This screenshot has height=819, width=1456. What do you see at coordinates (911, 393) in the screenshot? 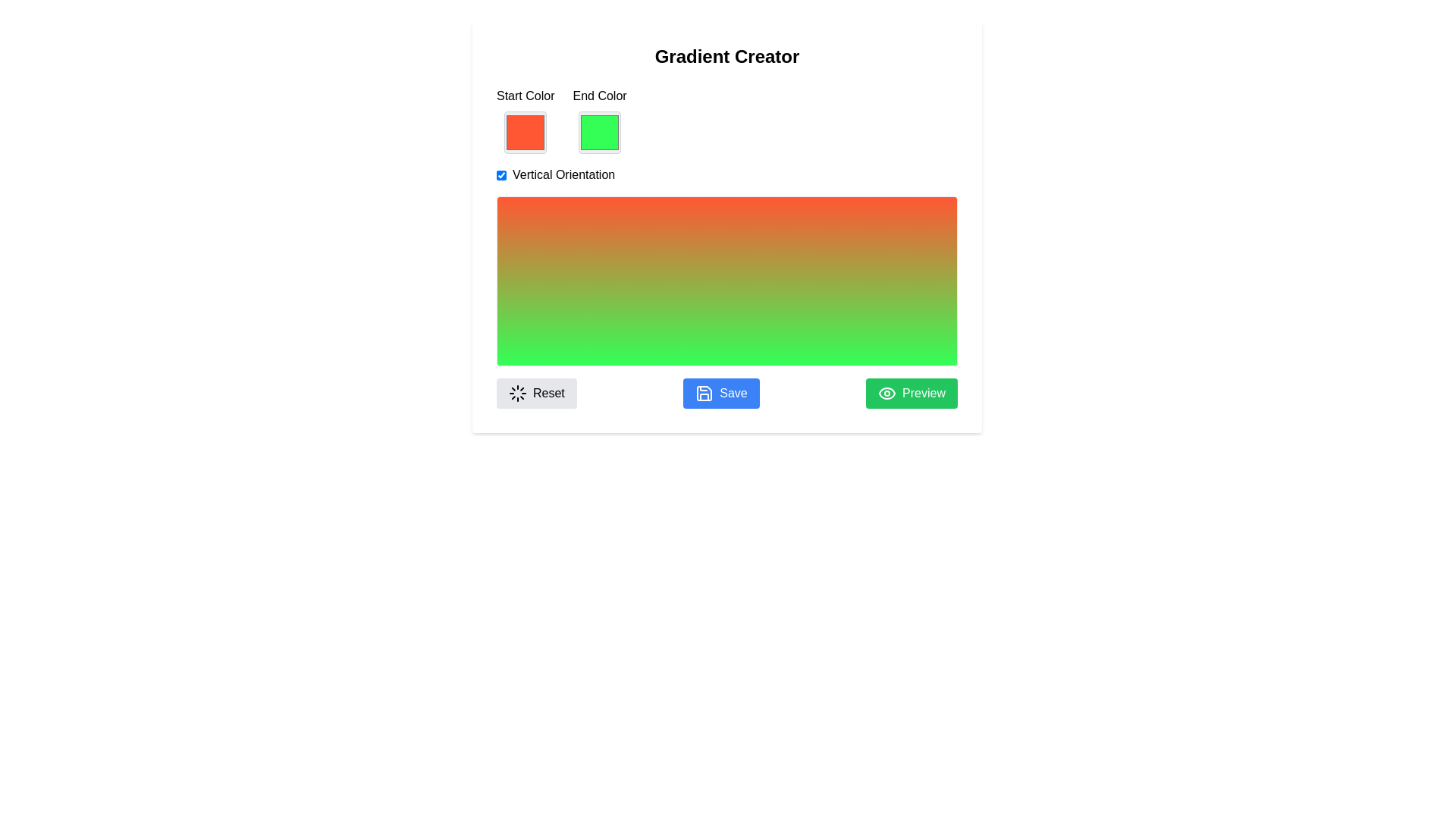
I see `the 'Preview' button, which is the third button with a green background and an eye icon, to change its background color` at bounding box center [911, 393].